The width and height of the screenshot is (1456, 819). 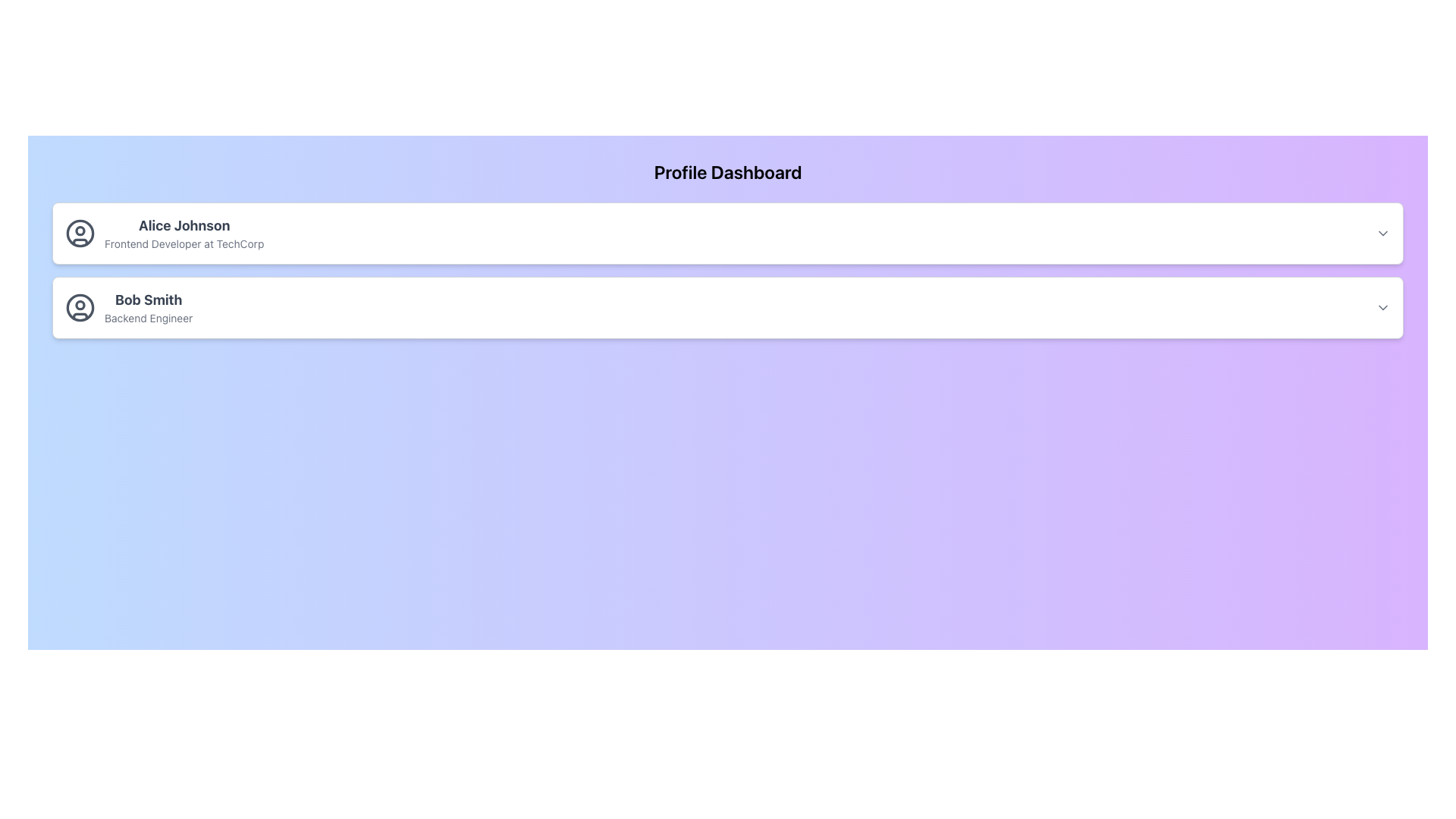 What do you see at coordinates (149, 318) in the screenshot?
I see `the Text label displaying the job title of 'Bob Smith' for accessibility tools` at bounding box center [149, 318].